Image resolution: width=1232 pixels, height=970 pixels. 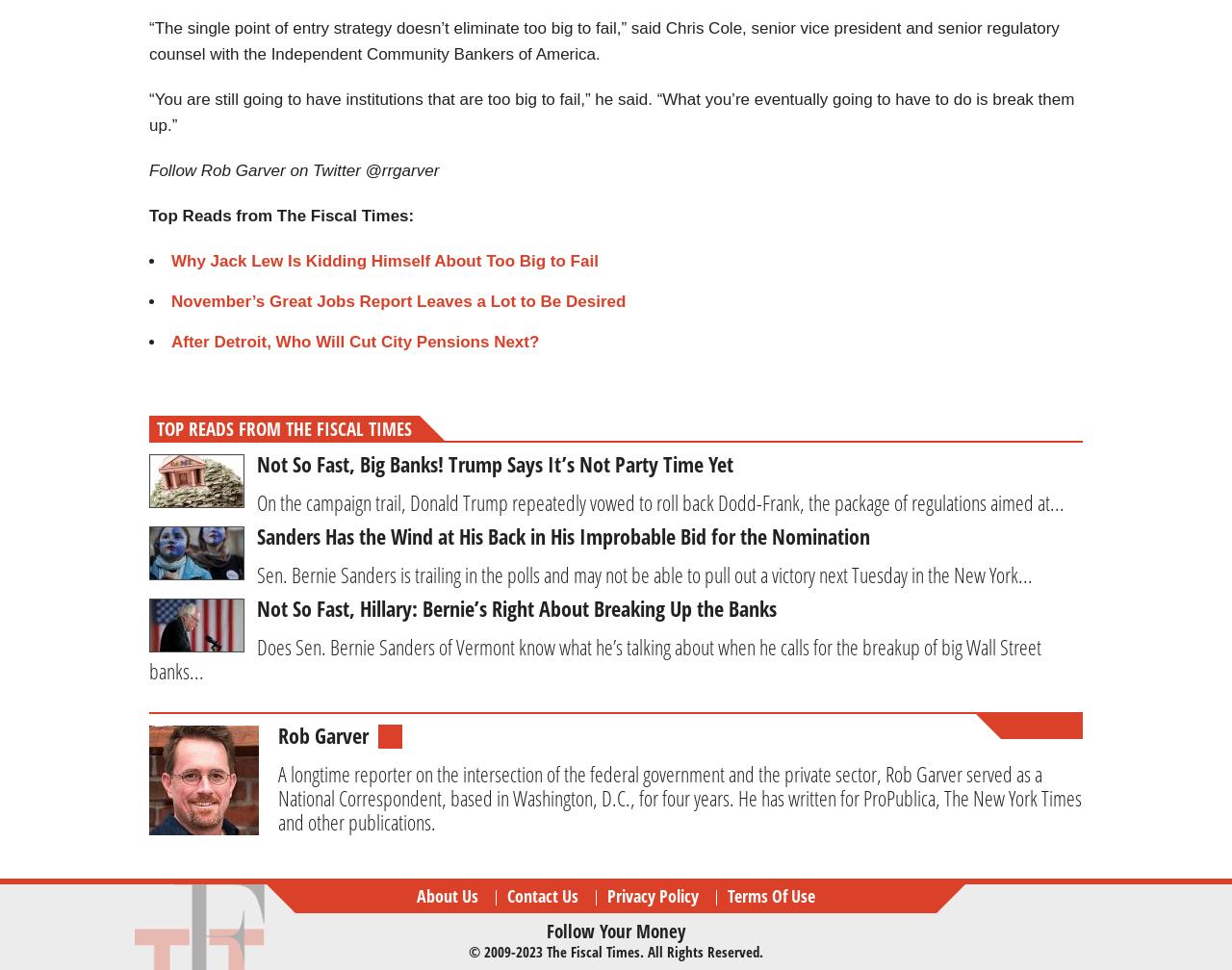 I want to click on 'Why Jack Lew Is Kidding Himself About Too Big to Fail', so click(x=384, y=261).